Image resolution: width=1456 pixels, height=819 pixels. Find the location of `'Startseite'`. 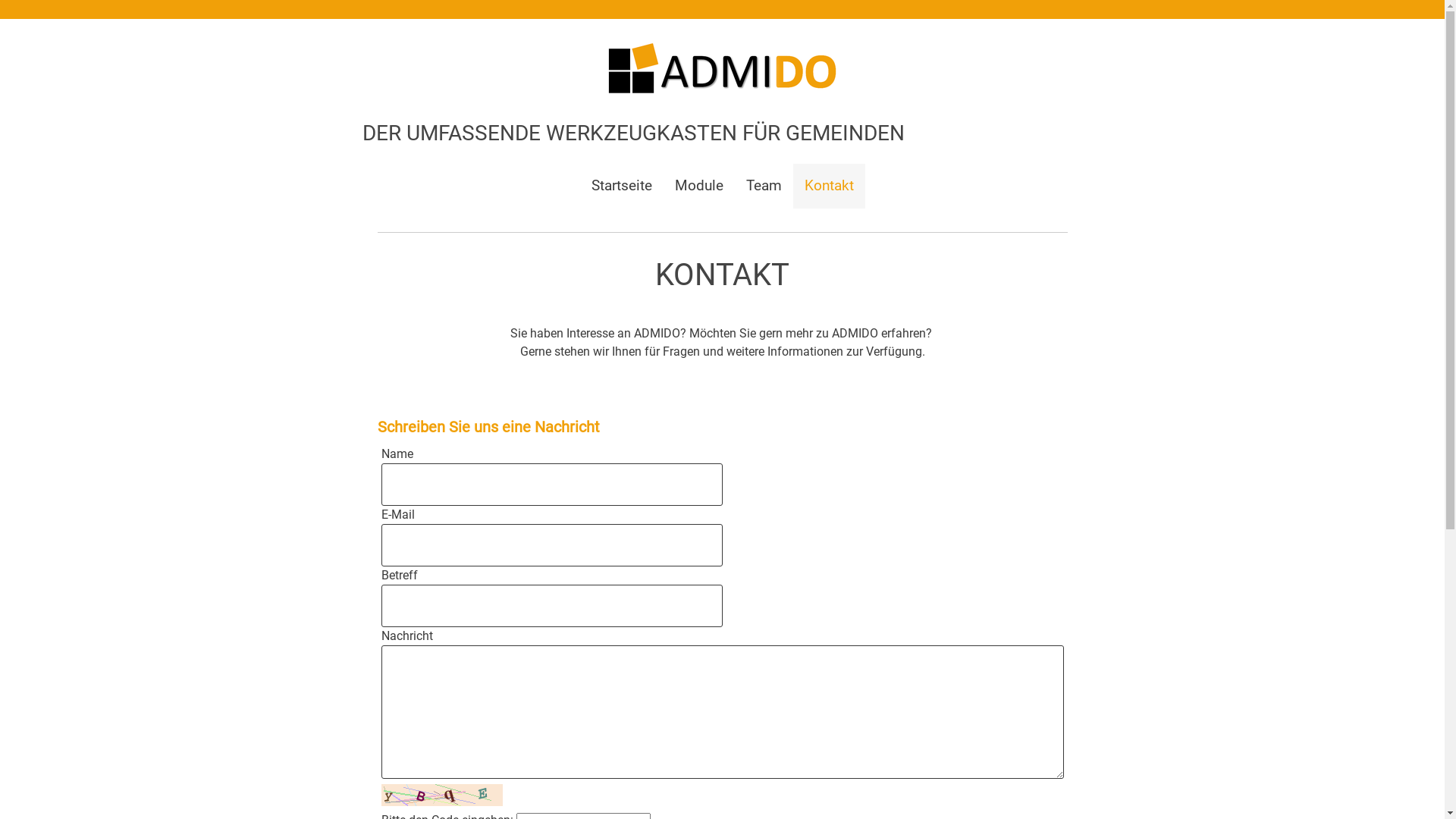

'Startseite' is located at coordinates (621, 185).